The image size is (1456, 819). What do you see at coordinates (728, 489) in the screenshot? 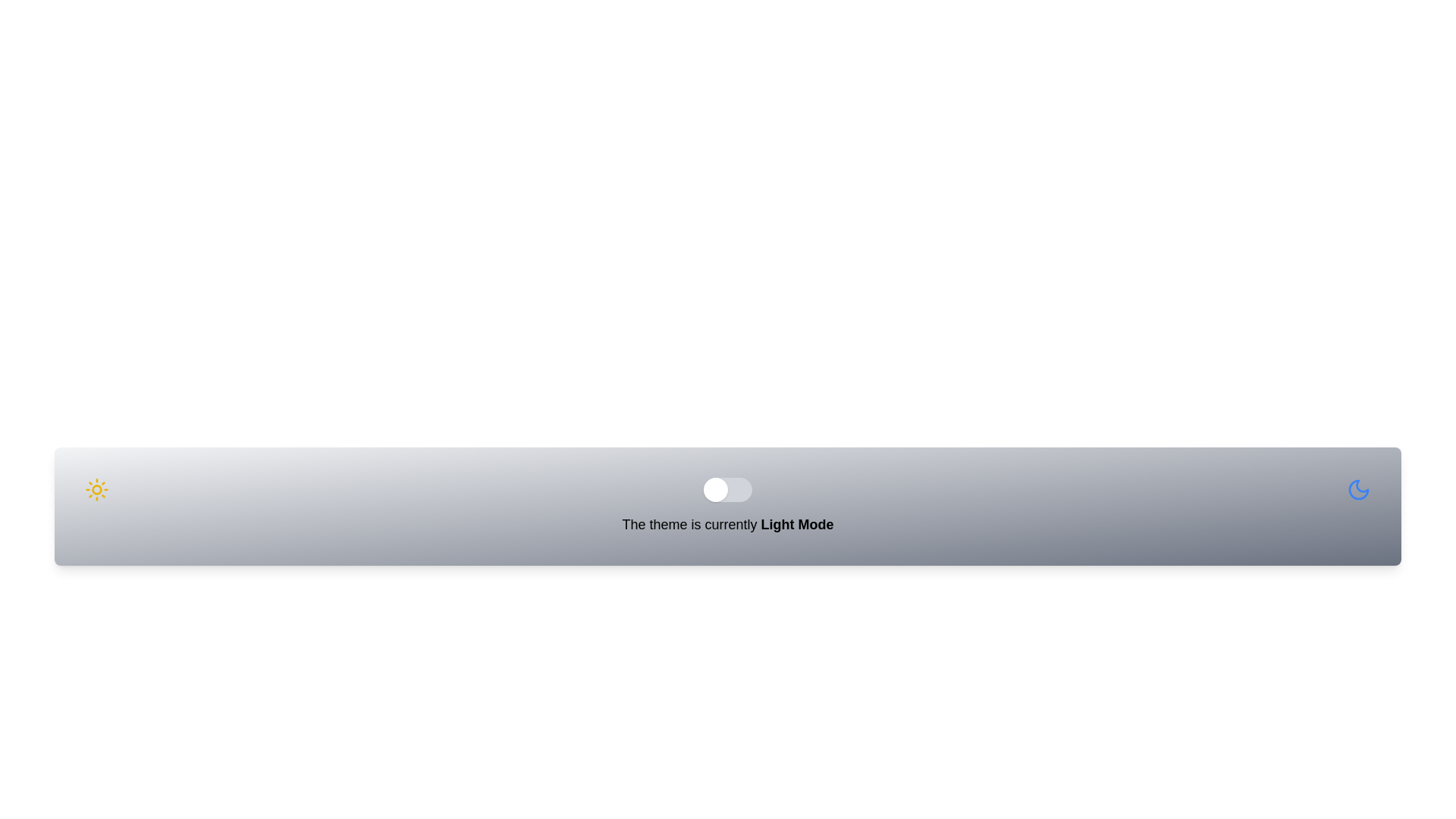
I see `the center of the theme switcher control to toggle the theme` at bounding box center [728, 489].